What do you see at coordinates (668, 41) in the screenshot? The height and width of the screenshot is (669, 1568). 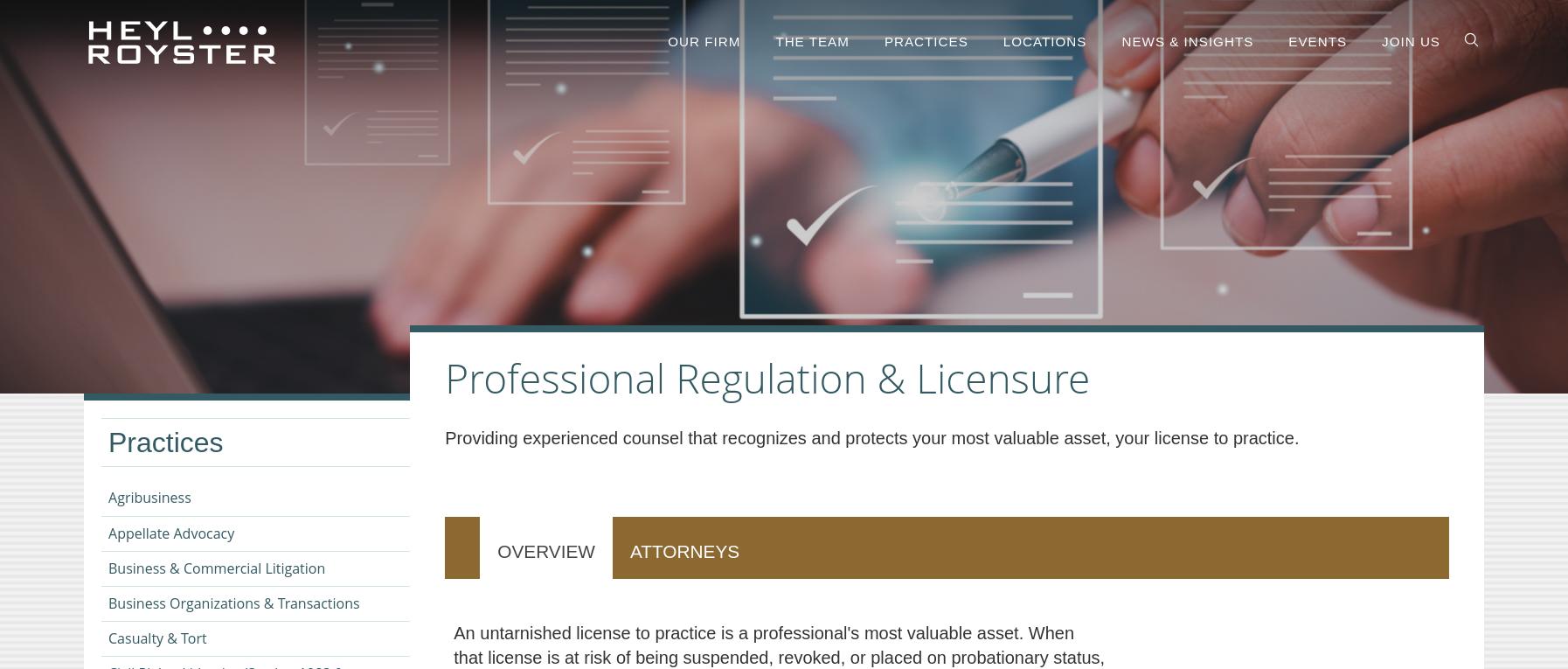 I see `'Our firm'` at bounding box center [668, 41].